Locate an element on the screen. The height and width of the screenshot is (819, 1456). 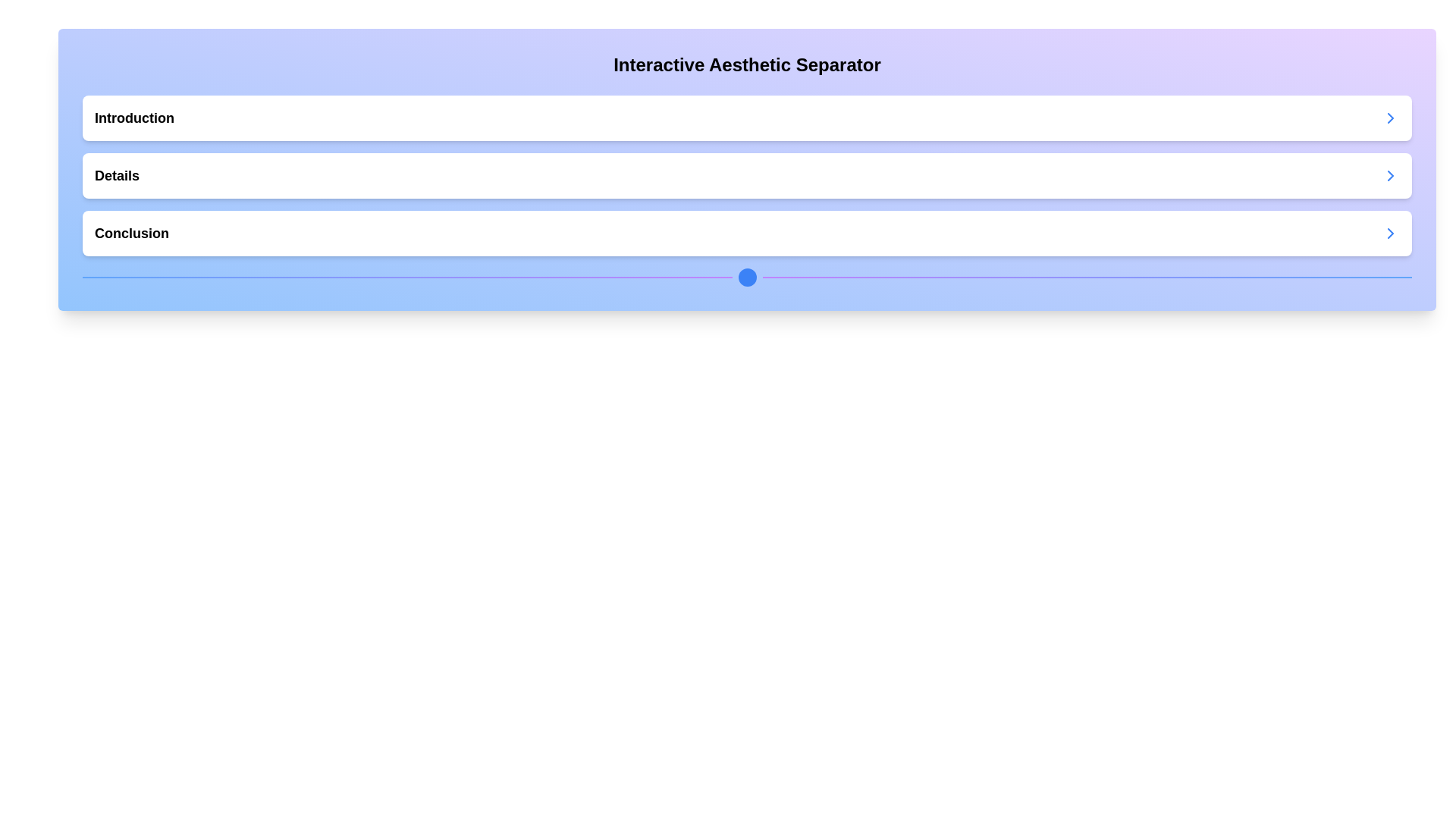
the Text label that serves as a heading for a section, located in the middle row of a vertical list, with a right-facing chevron icon to its far right is located at coordinates (116, 174).